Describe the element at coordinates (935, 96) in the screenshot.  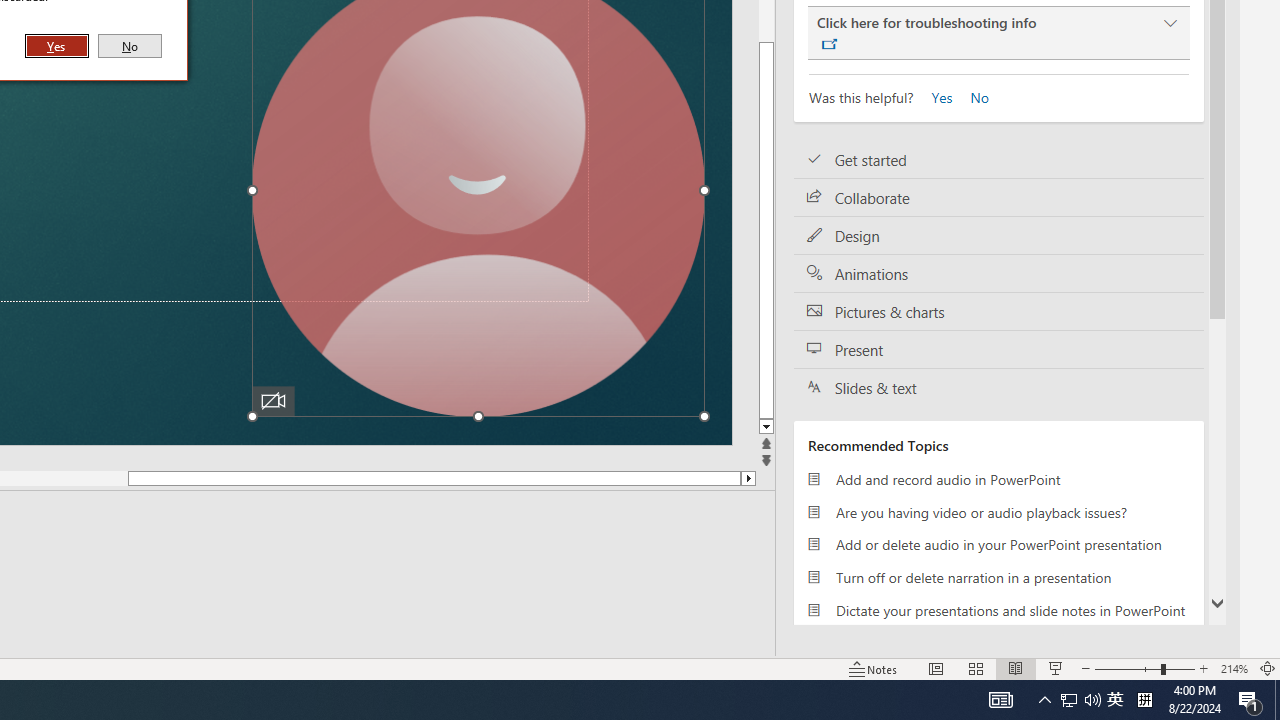
I see `'Yes'` at that location.